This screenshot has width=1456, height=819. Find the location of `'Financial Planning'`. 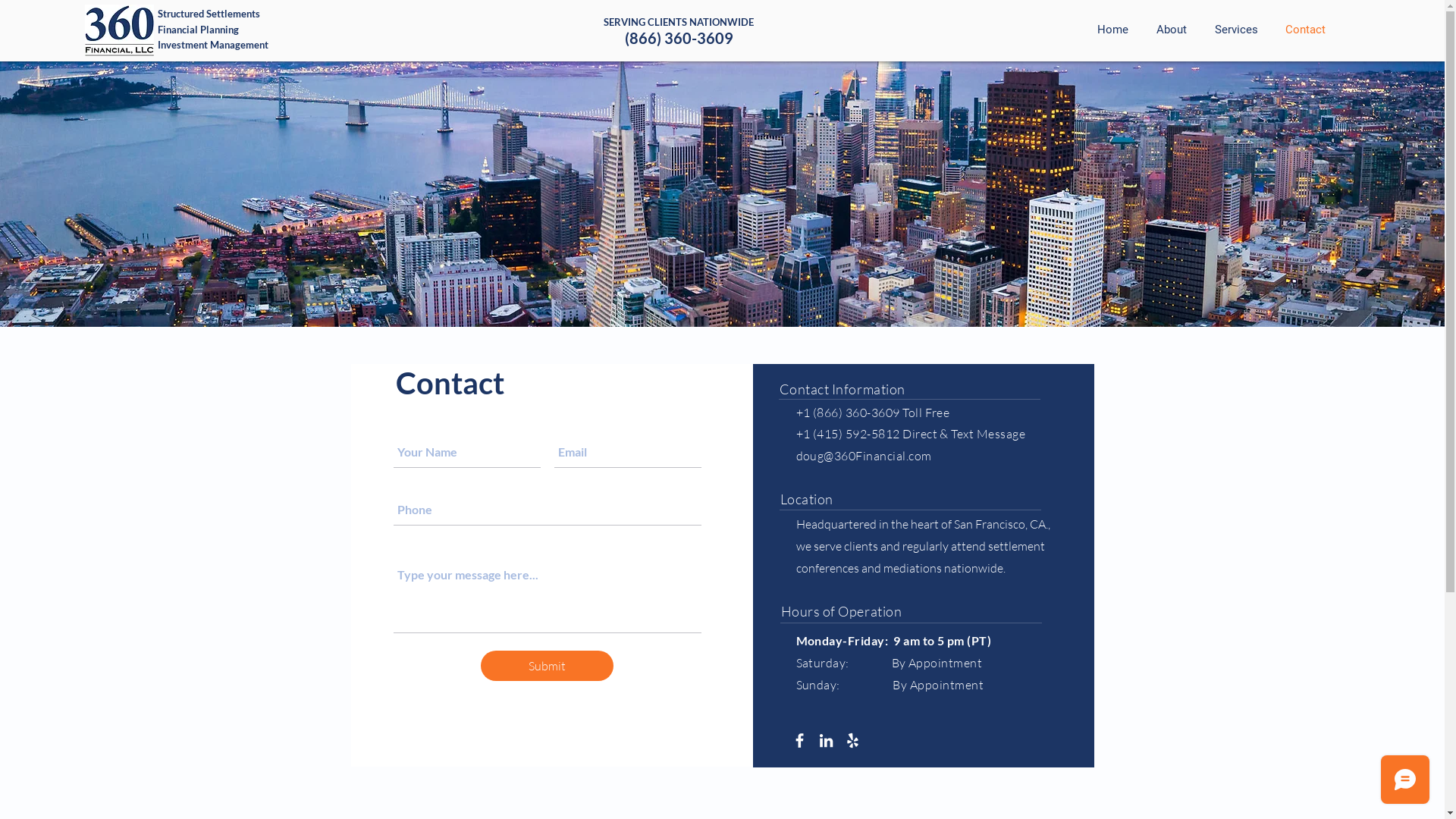

'Financial Planning' is located at coordinates (157, 29).